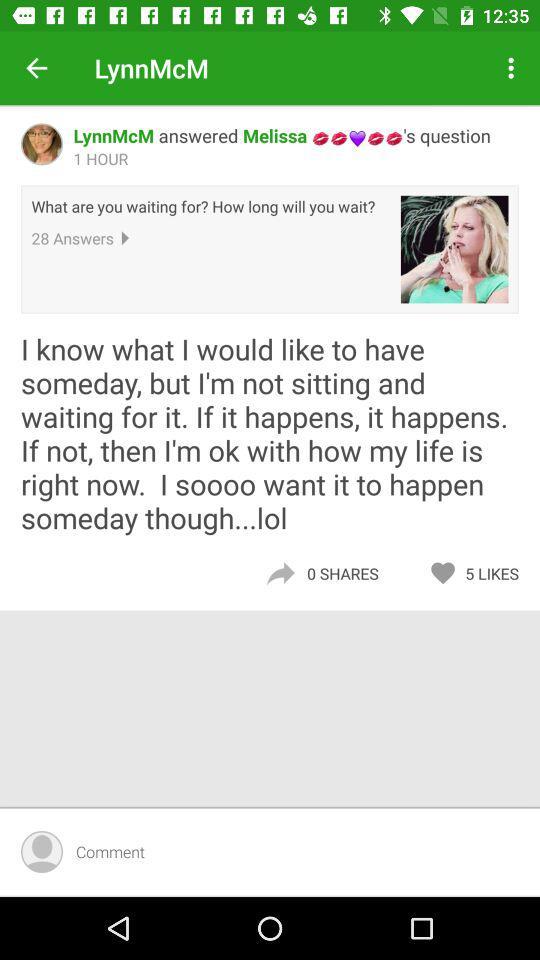 The height and width of the screenshot is (960, 540). Describe the element at coordinates (454, 248) in the screenshot. I see `icon to the right of what are you` at that location.